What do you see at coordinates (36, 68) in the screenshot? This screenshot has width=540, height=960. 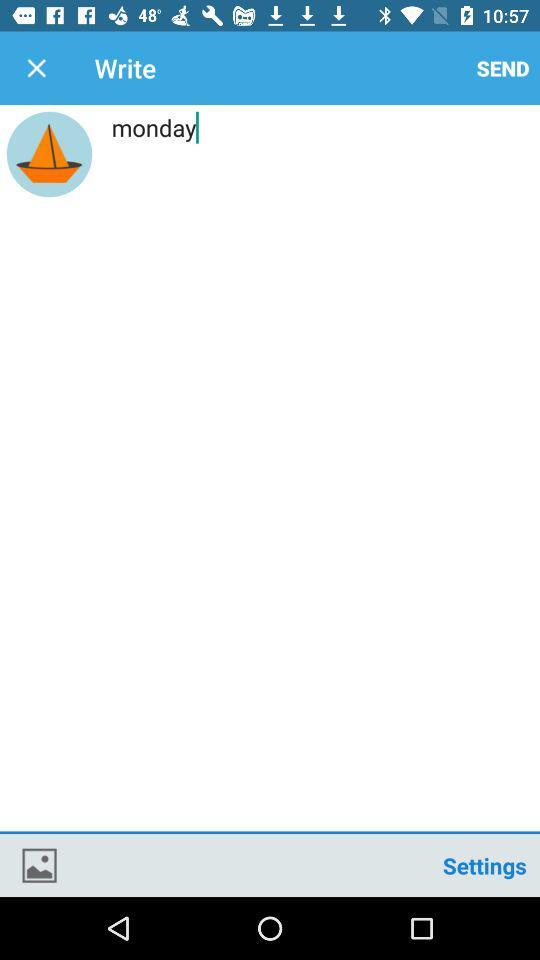 I see `icon to the left of write` at bounding box center [36, 68].